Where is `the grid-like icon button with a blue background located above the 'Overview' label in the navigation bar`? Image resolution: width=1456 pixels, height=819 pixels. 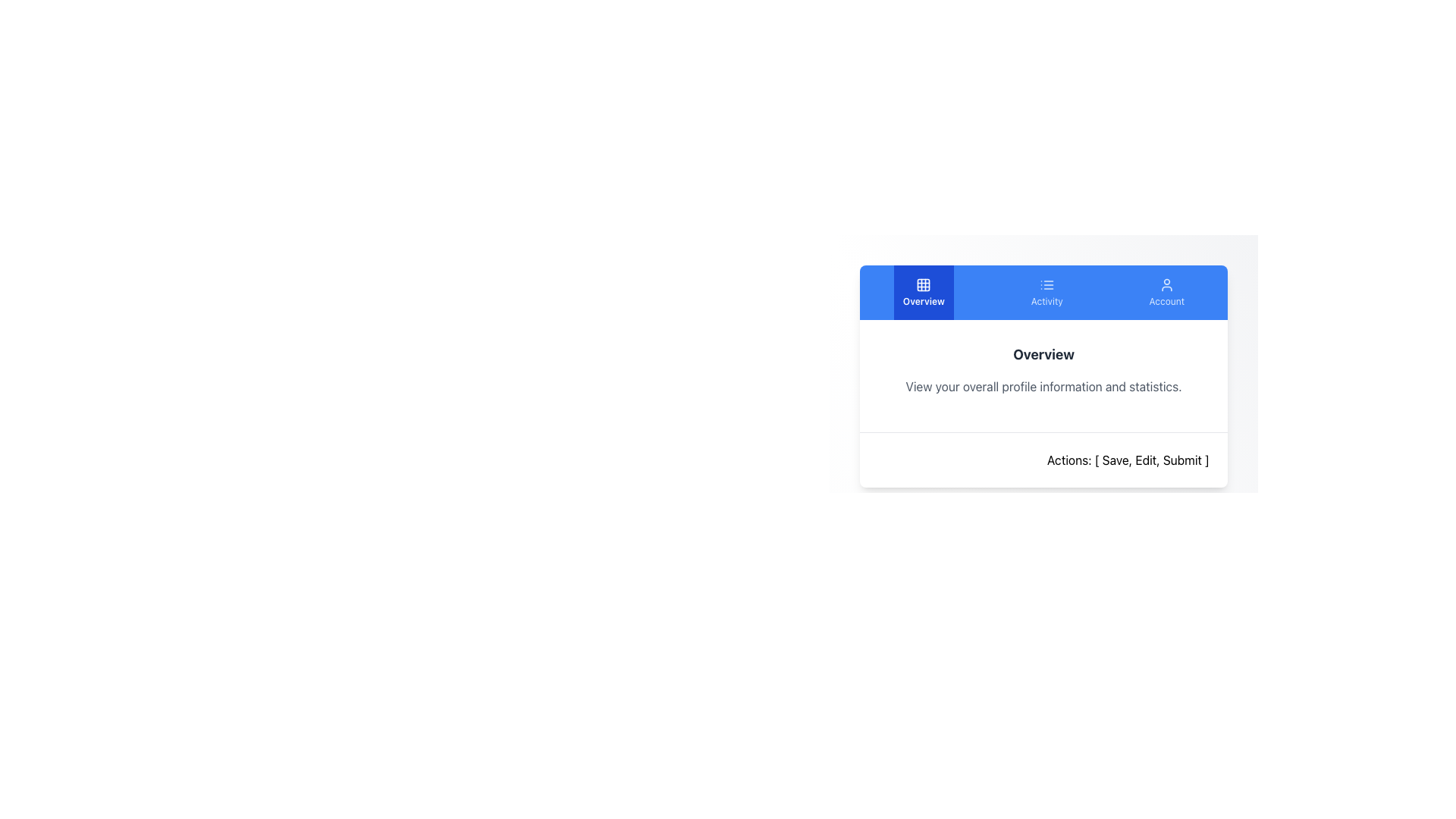
the grid-like icon button with a blue background located above the 'Overview' label in the navigation bar is located at coordinates (923, 284).